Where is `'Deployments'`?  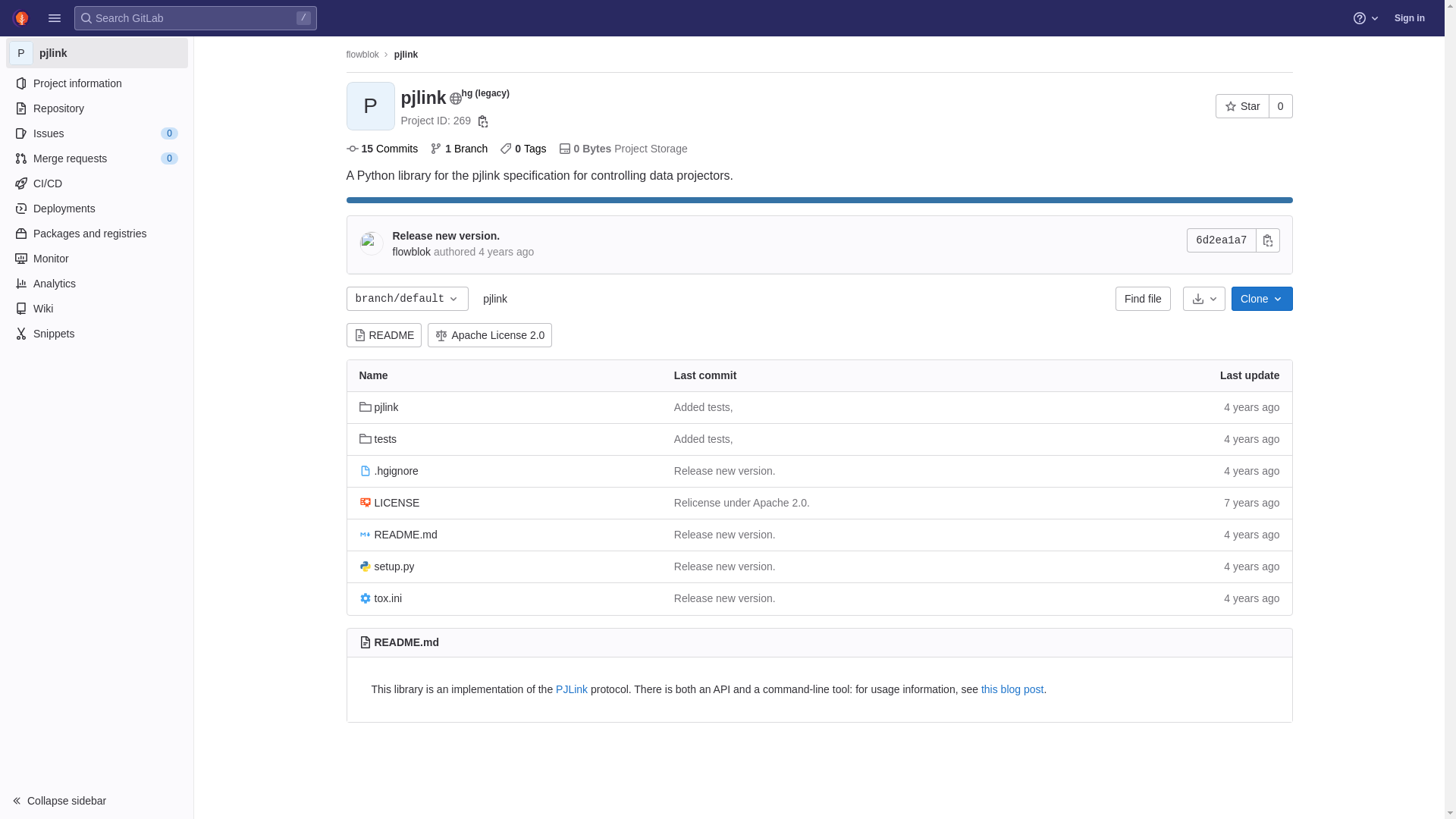 'Deployments' is located at coordinates (96, 208).